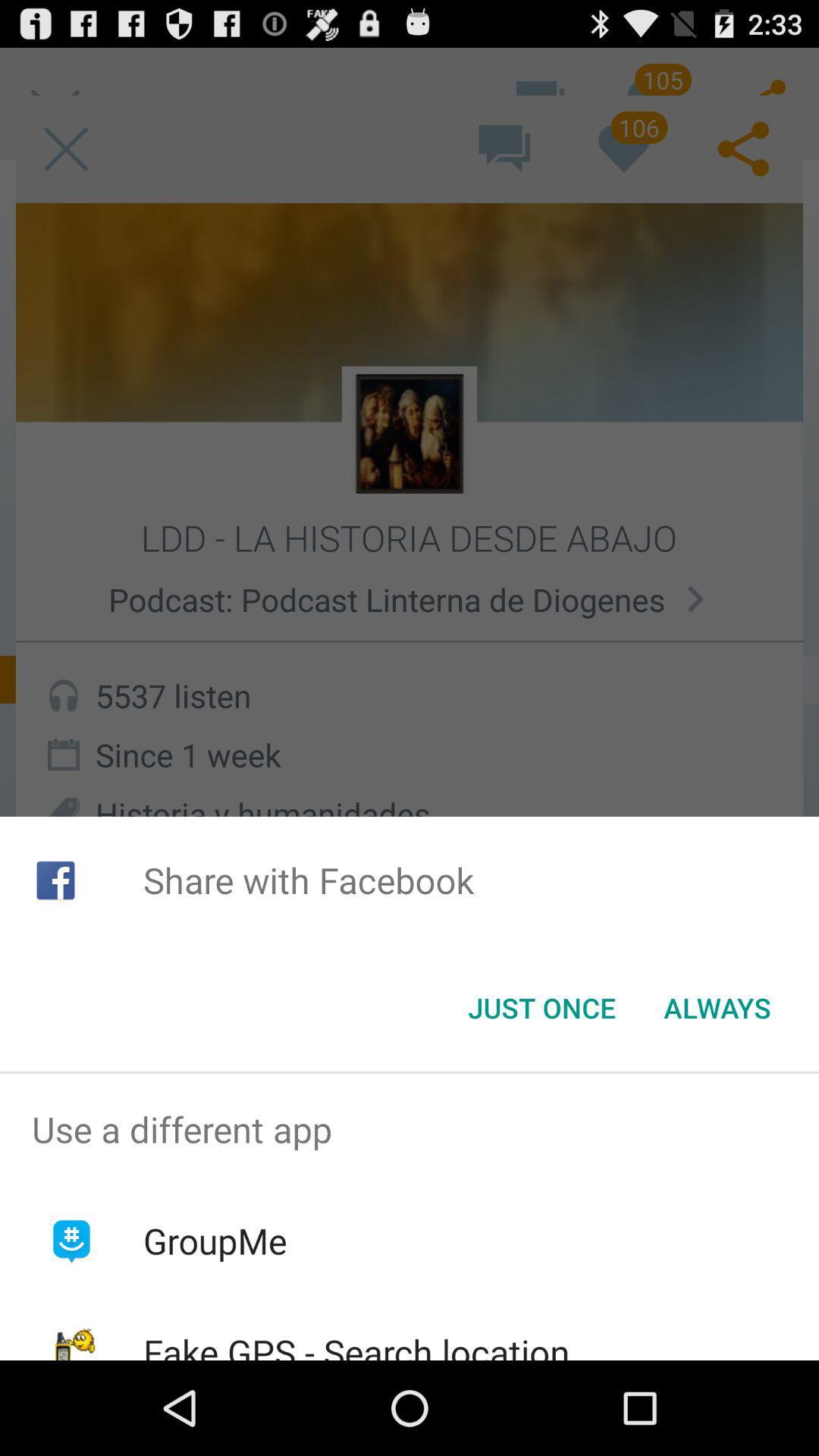 The image size is (819, 1456). What do you see at coordinates (409, 1129) in the screenshot?
I see `use a different app` at bounding box center [409, 1129].